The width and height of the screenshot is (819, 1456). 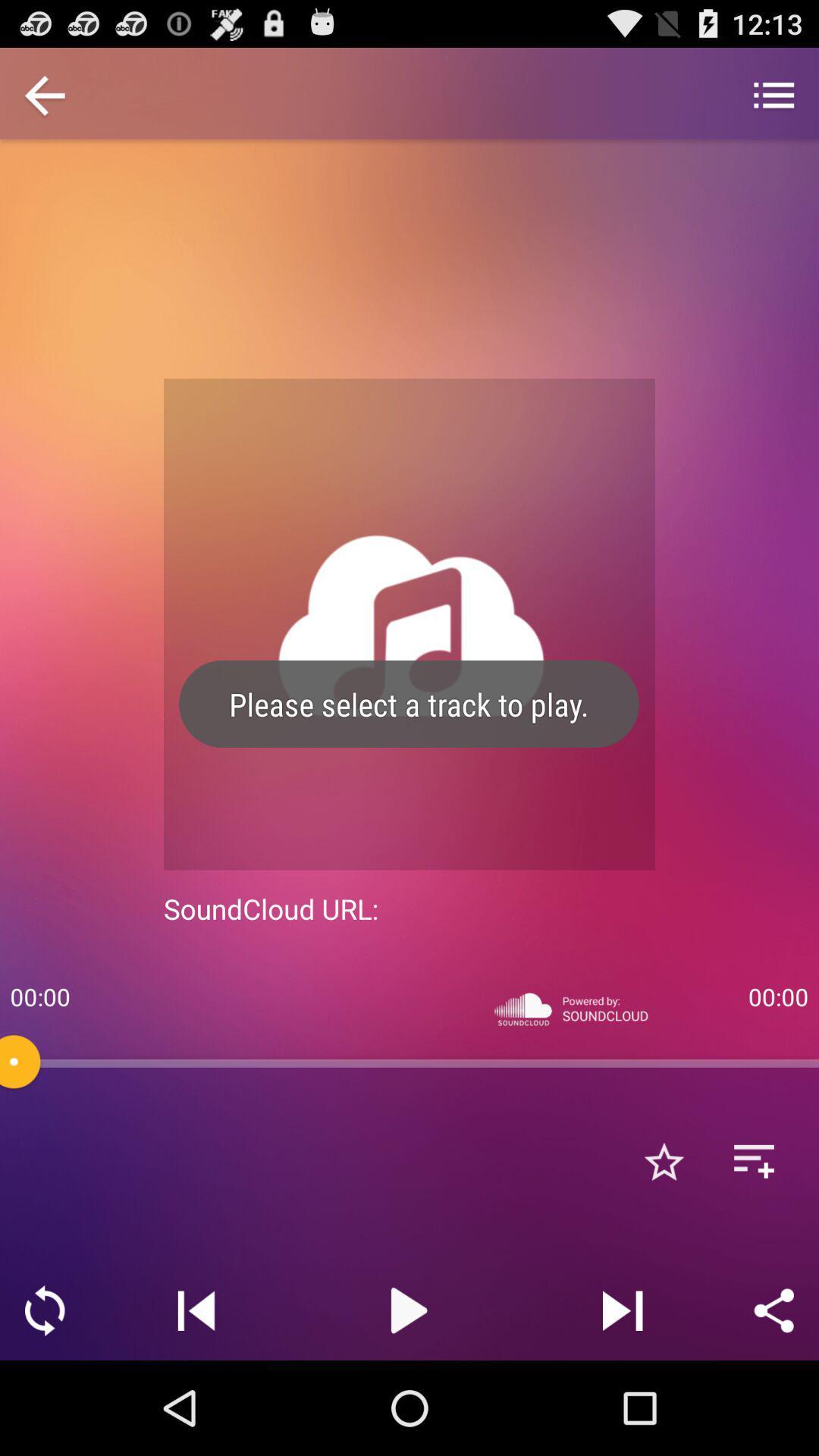 What do you see at coordinates (623, 1401) in the screenshot?
I see `the skip_next icon` at bounding box center [623, 1401].